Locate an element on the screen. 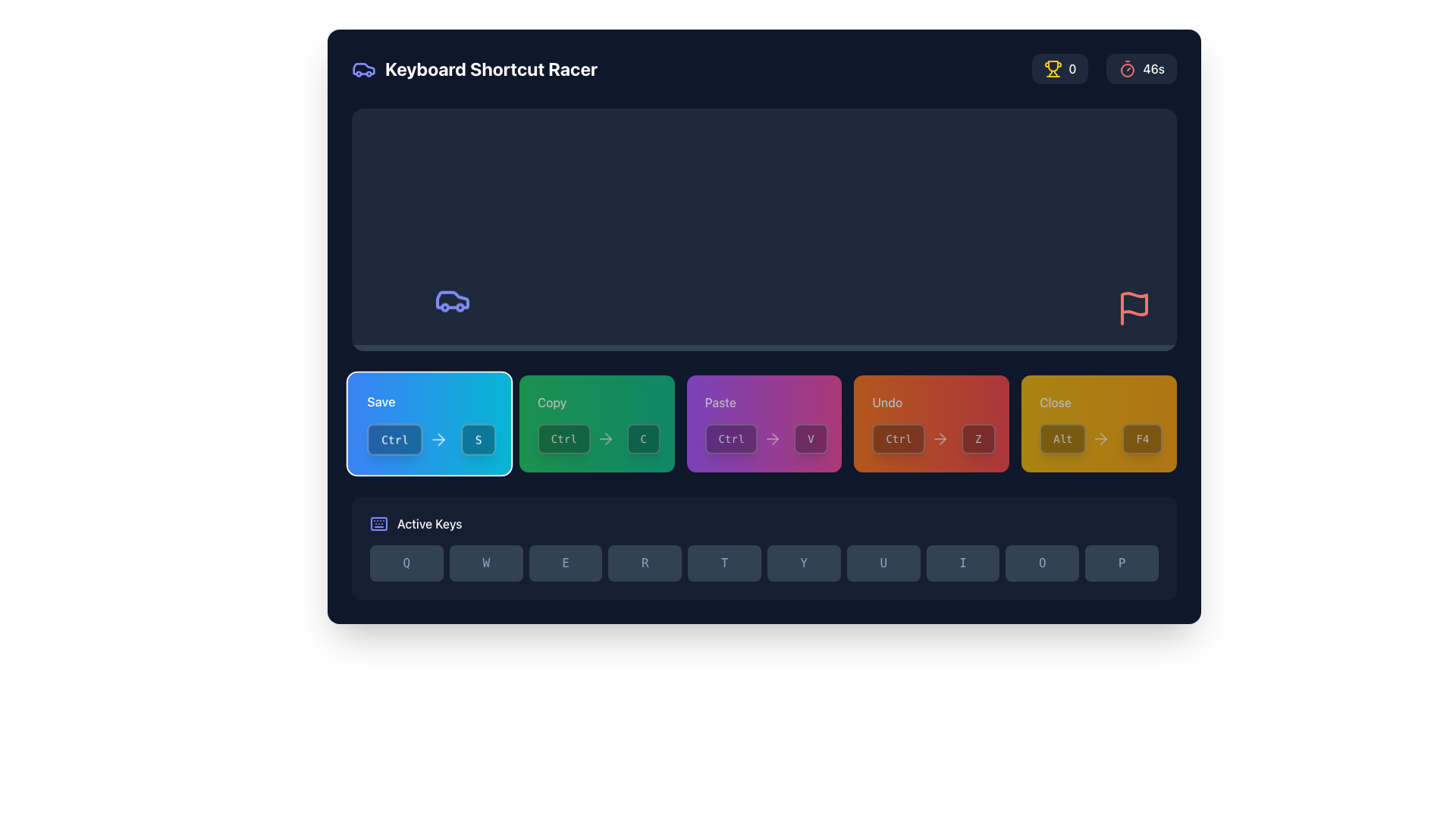  the 'Undo' button, which is a rectangular button with a gradient background transitioning from orange to red, located in the fourth column of the five-button grid is located at coordinates (930, 424).